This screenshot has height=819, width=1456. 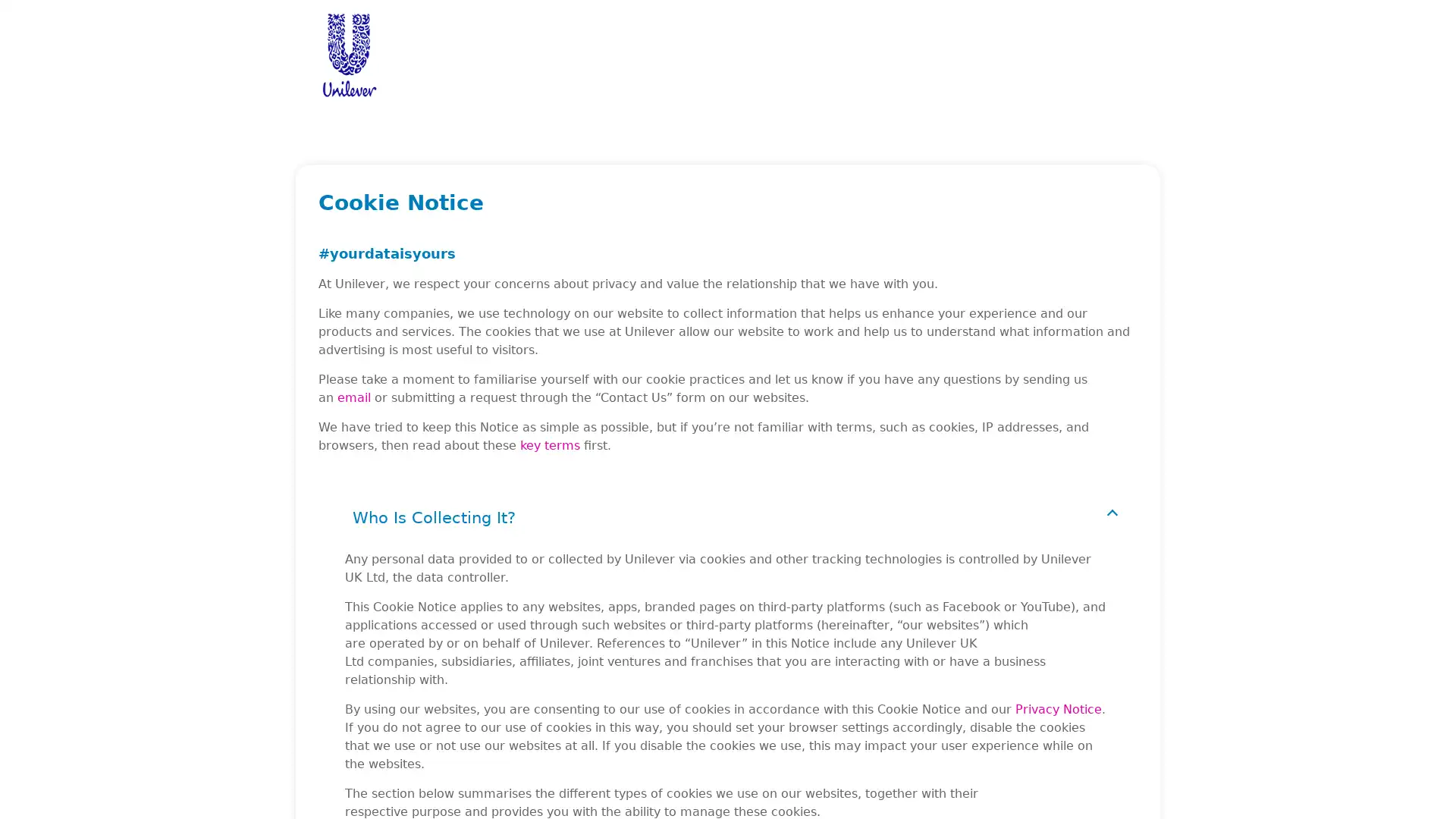 What do you see at coordinates (728, 516) in the screenshot?
I see `Who Is Collecting It?` at bounding box center [728, 516].